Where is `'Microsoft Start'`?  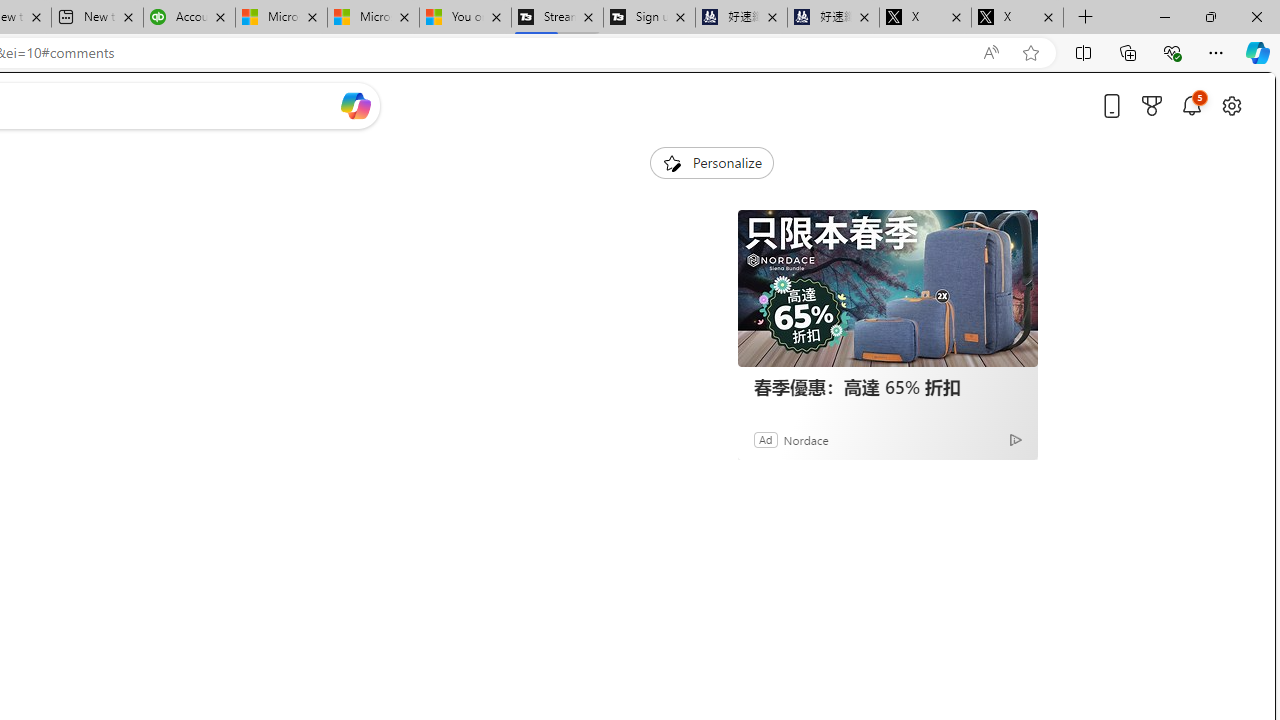
'Microsoft Start' is located at coordinates (373, 17).